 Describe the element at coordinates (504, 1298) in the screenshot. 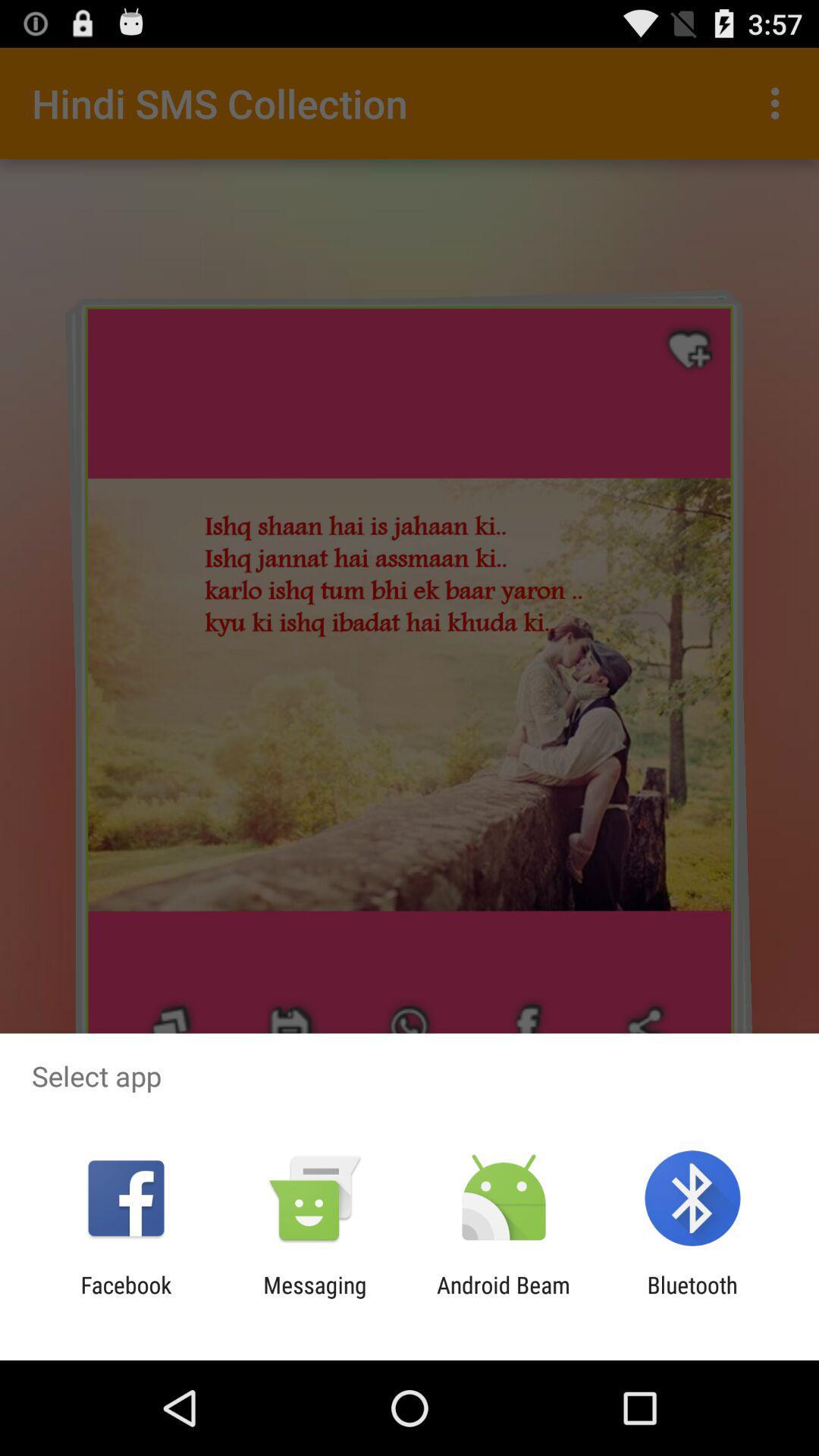

I see `icon next to bluetooth` at that location.